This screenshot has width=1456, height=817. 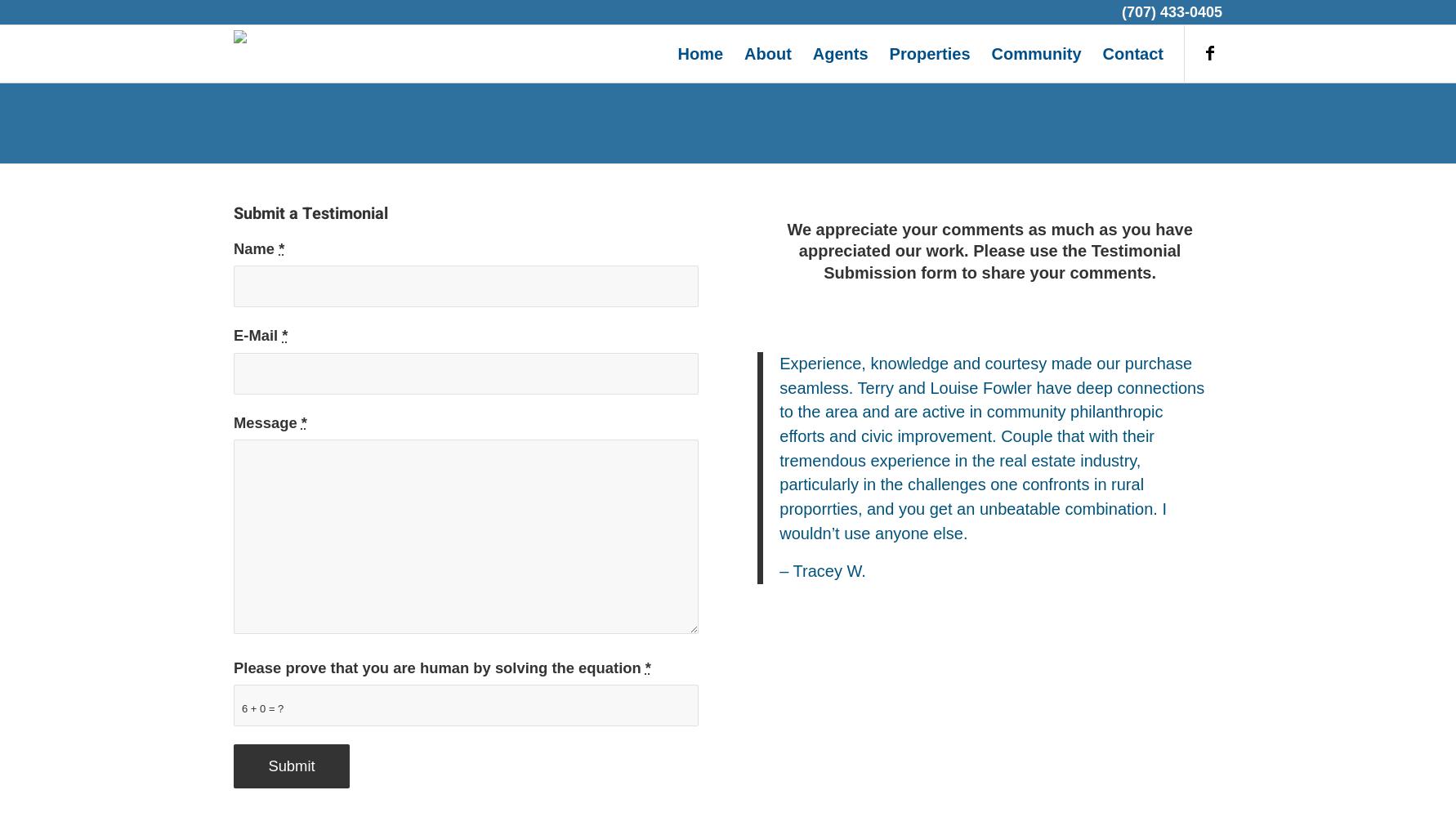 I want to click on 'Experience, knowledge and courtesy made our purchase seamless. Terry and Louise Fowler have deep connections to the area and are active in community philanthropic efforts and civic improvement. Couple that with their tremendous experience in the real estate industry, particularly in the challenges one confronts in rural proporrties, and you get an unbeatable combination. I wouldn’t use anyone else.', so click(x=779, y=448).